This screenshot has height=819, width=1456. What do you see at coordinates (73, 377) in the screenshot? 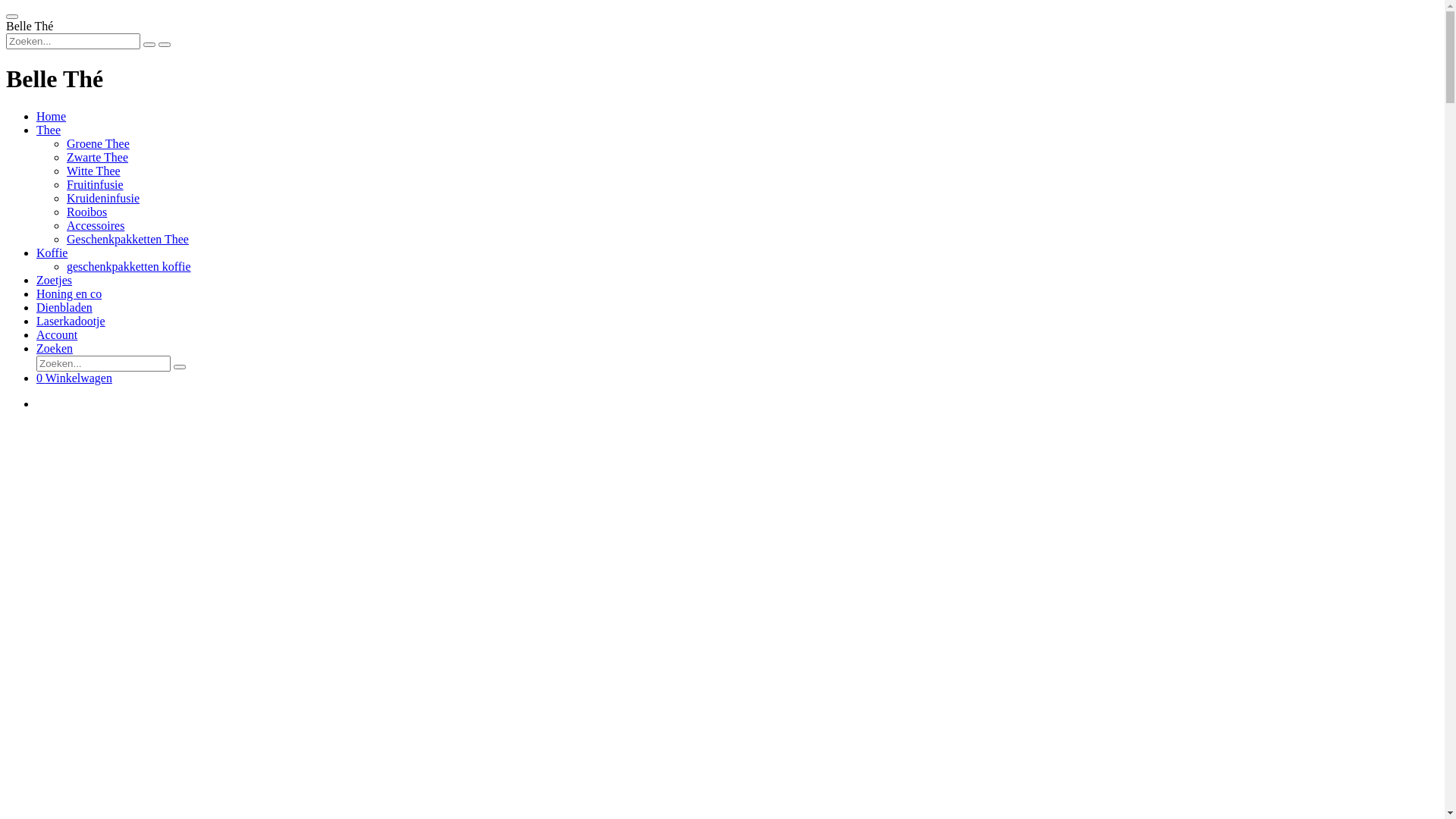
I see `'0 Winkelwagen'` at bounding box center [73, 377].